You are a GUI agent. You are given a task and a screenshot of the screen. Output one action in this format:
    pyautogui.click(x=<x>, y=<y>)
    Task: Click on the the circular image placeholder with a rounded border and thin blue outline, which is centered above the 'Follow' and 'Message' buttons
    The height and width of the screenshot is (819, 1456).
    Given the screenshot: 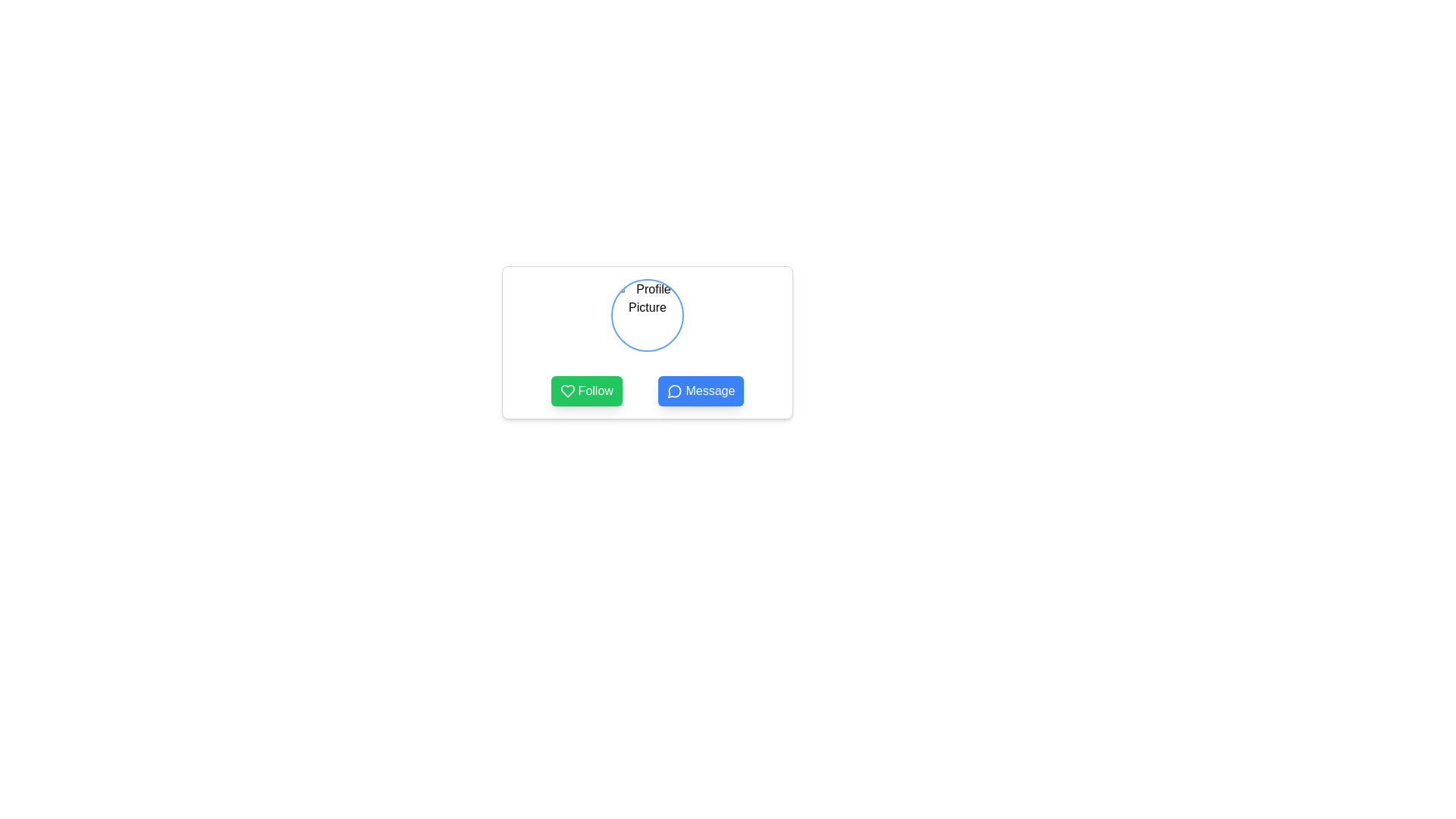 What is the action you would take?
    pyautogui.click(x=648, y=315)
    